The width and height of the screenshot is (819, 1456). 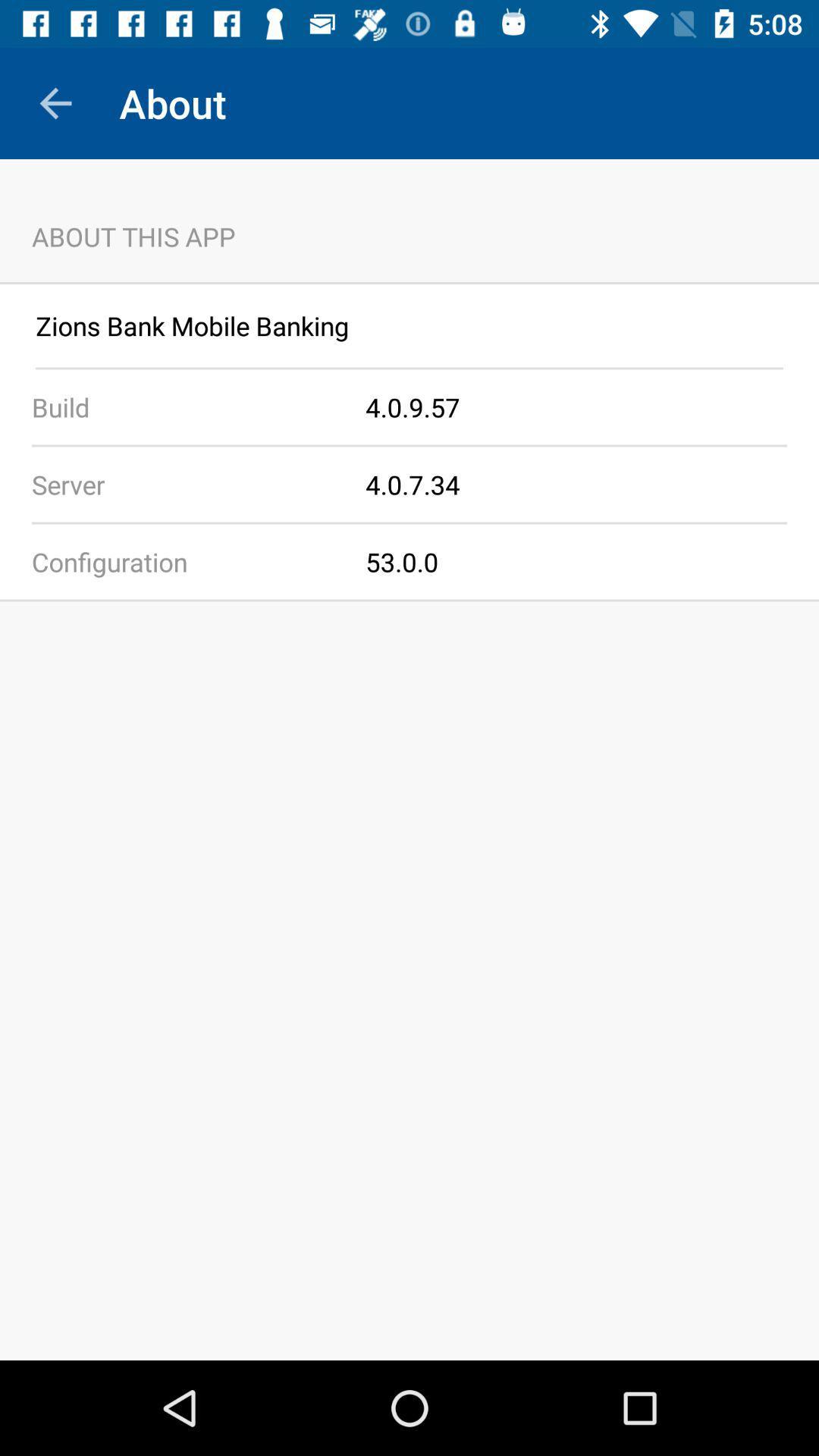 What do you see at coordinates (409, 368) in the screenshot?
I see `item below zions bank mobile item` at bounding box center [409, 368].